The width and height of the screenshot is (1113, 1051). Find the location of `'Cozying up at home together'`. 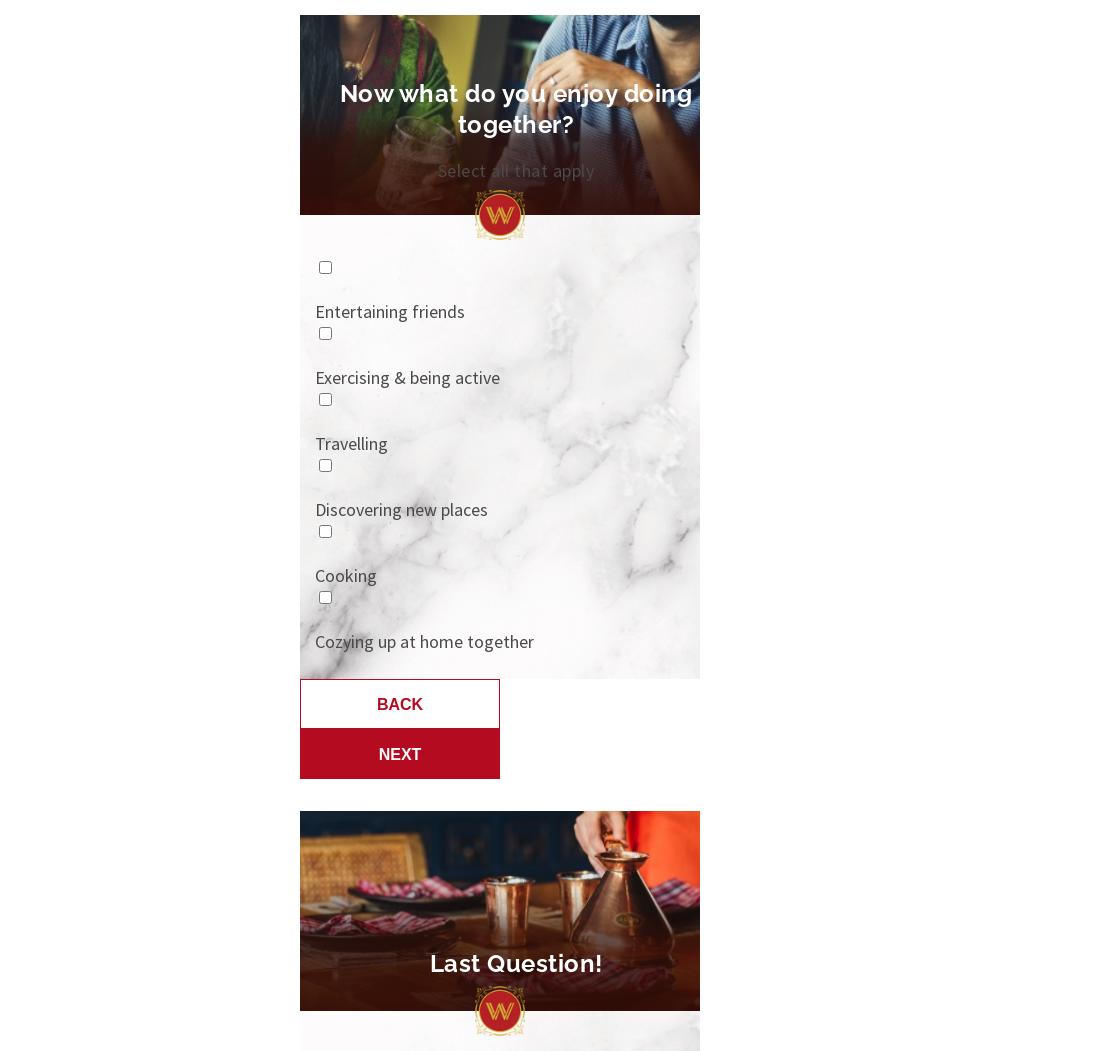

'Cozying up at home together' is located at coordinates (423, 640).